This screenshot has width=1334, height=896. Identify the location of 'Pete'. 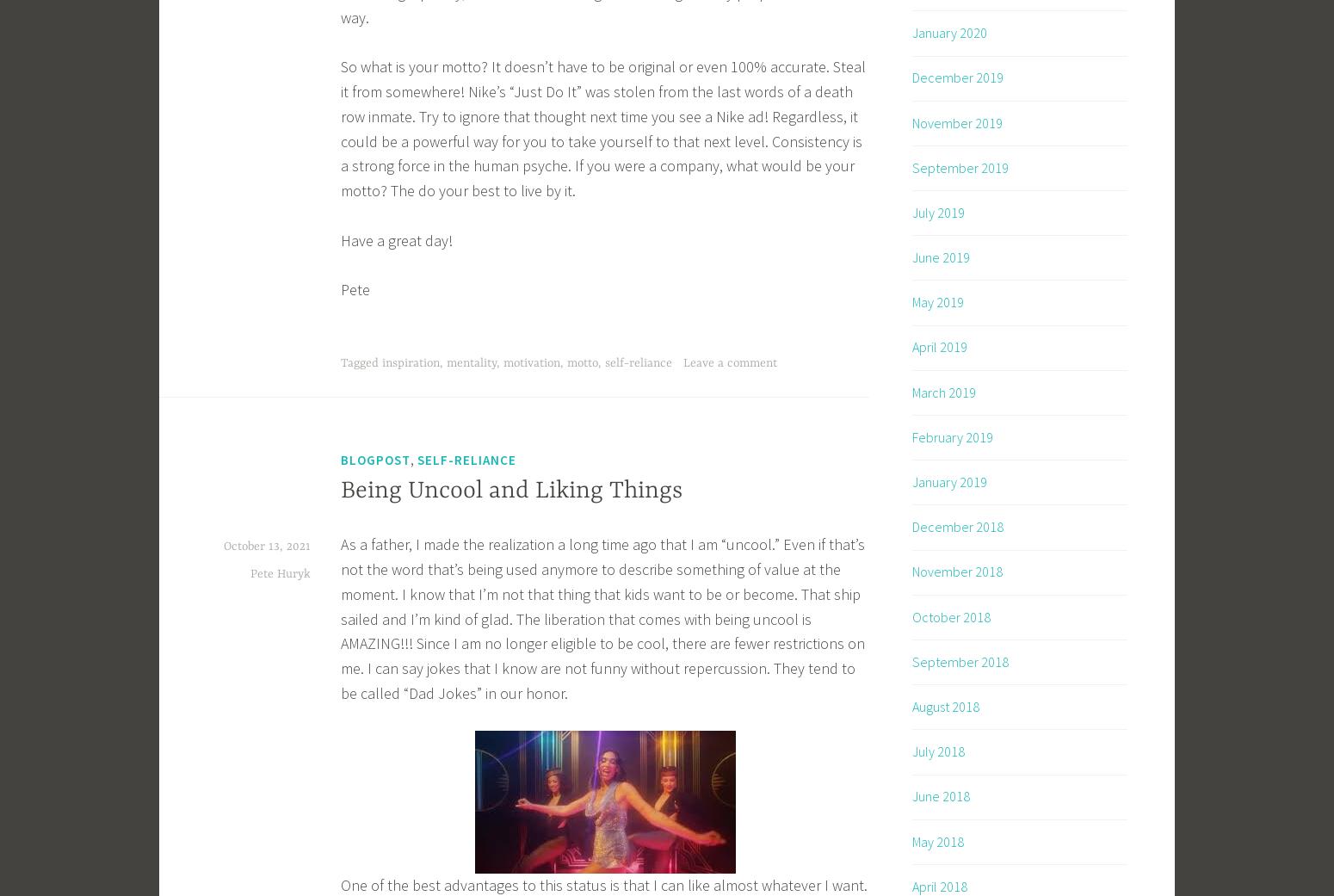
(355, 289).